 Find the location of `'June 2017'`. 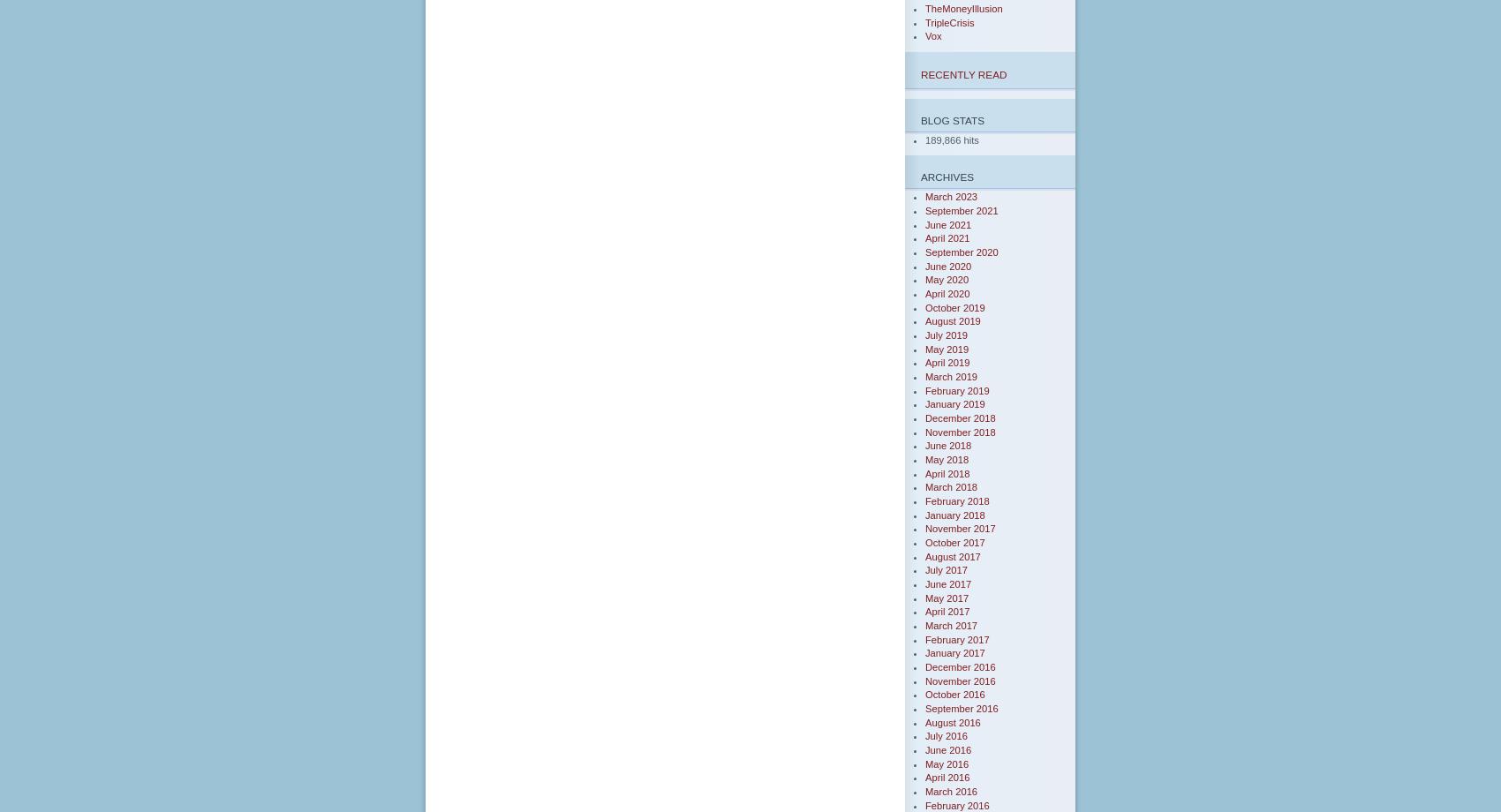

'June 2017' is located at coordinates (948, 583).